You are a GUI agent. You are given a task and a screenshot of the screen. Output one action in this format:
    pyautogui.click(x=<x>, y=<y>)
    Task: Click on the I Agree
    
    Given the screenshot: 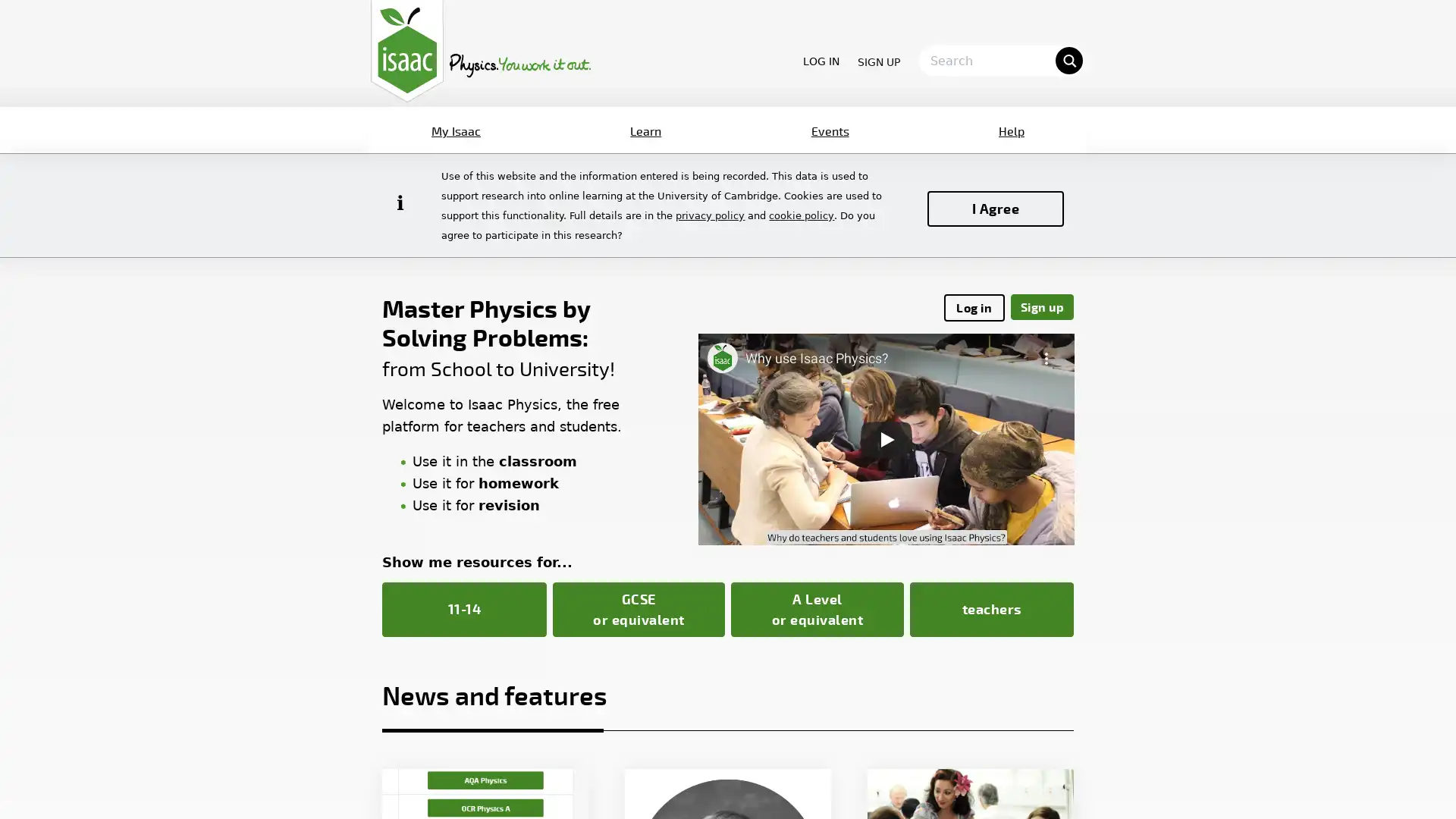 What is the action you would take?
    pyautogui.click(x=996, y=208)
    